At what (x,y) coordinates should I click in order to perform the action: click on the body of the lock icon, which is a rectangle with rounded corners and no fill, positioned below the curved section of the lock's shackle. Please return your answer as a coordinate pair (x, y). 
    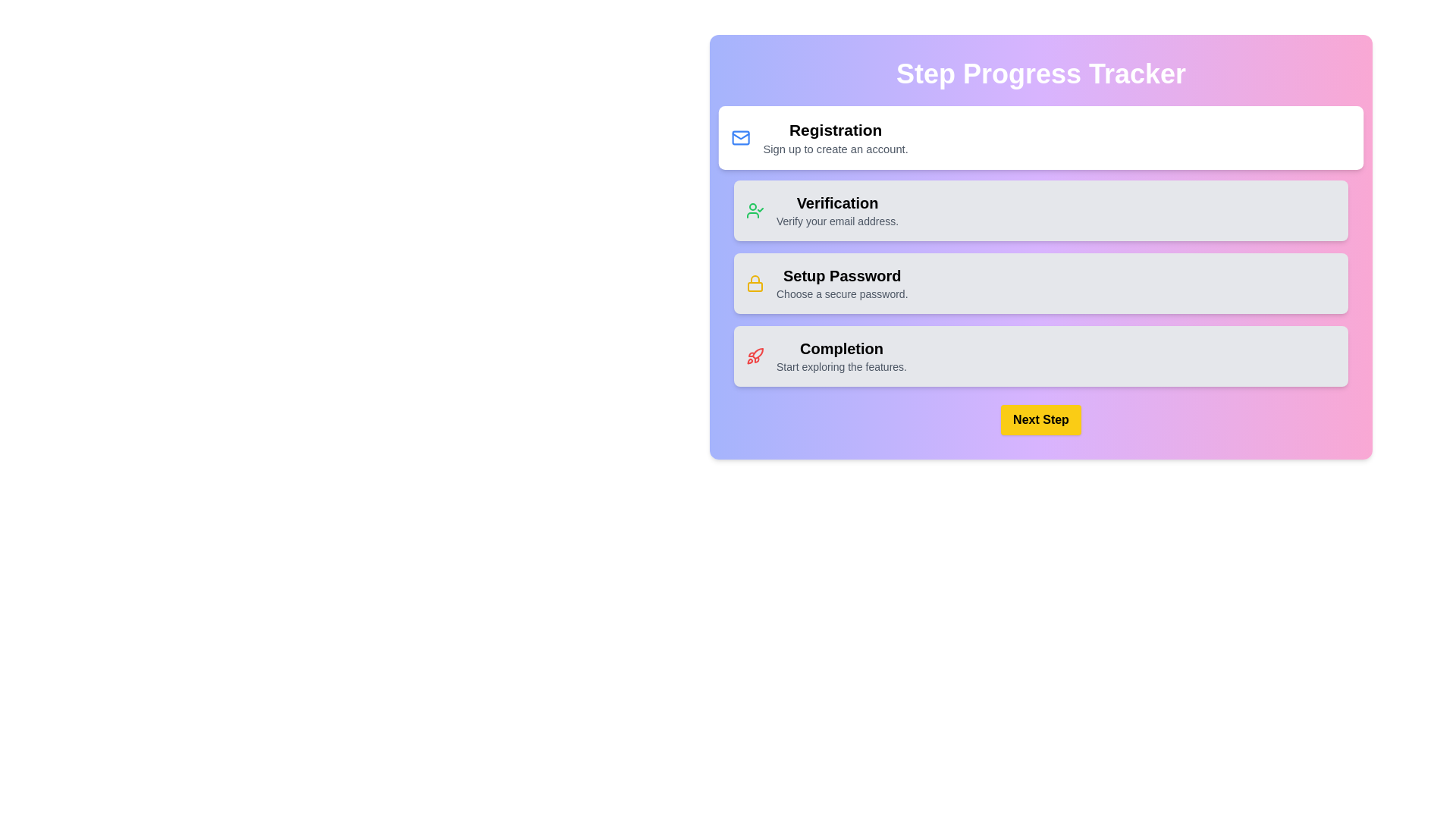
    Looking at the image, I should click on (755, 287).